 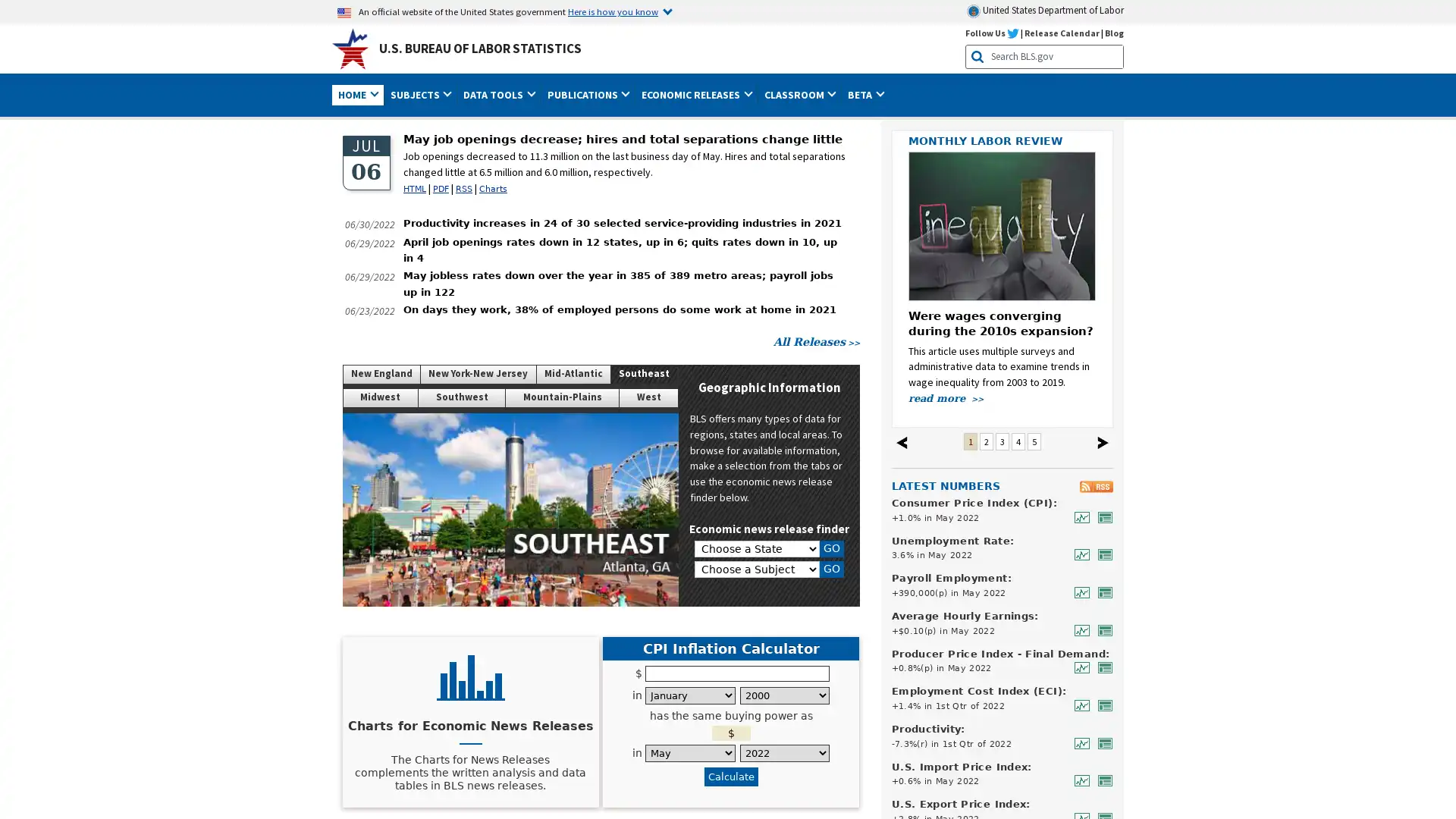 What do you see at coordinates (620, 11) in the screenshot?
I see `Here is how you know` at bounding box center [620, 11].